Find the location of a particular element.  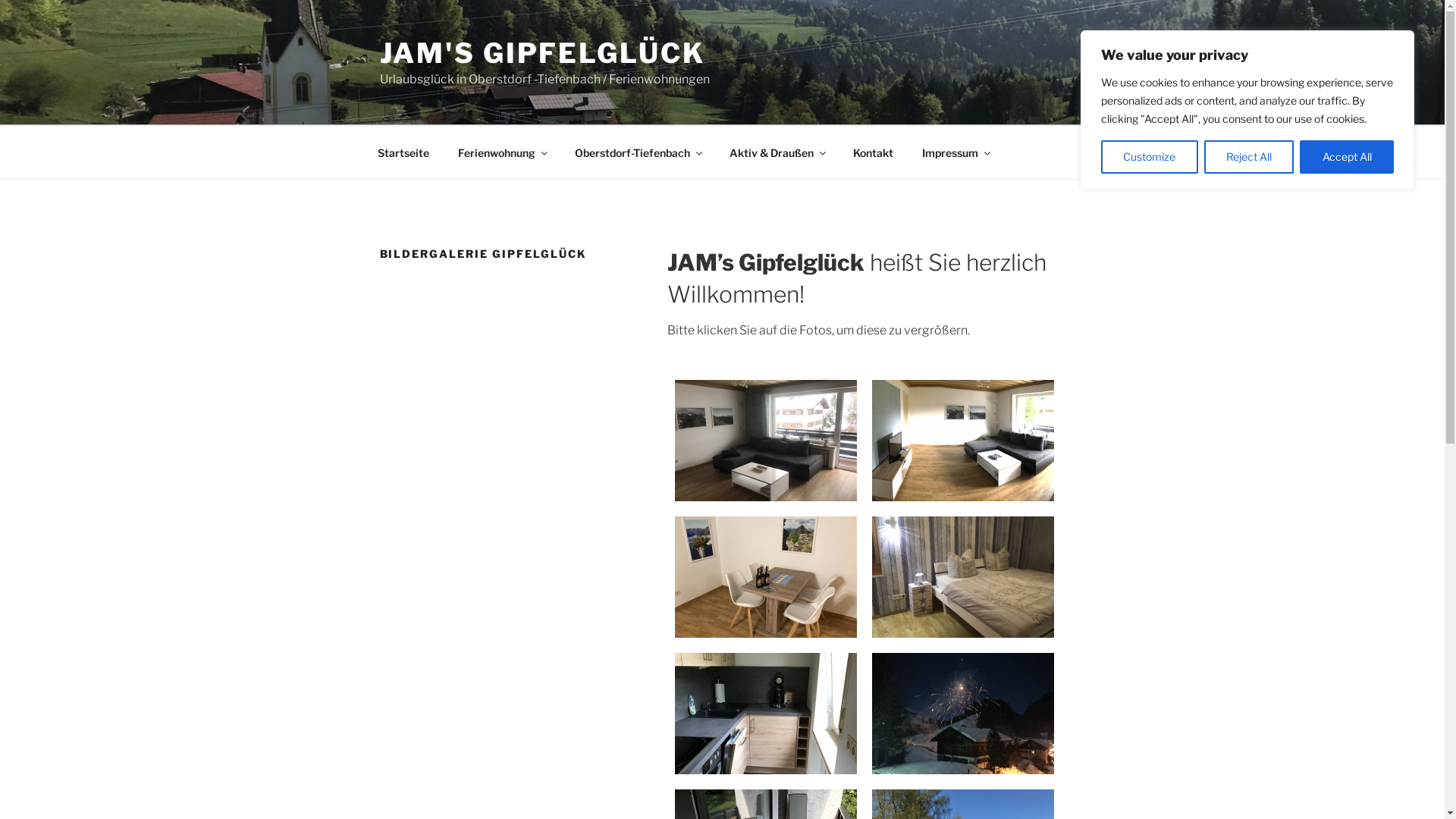

'Schlafzimmer' is located at coordinates (872, 576).